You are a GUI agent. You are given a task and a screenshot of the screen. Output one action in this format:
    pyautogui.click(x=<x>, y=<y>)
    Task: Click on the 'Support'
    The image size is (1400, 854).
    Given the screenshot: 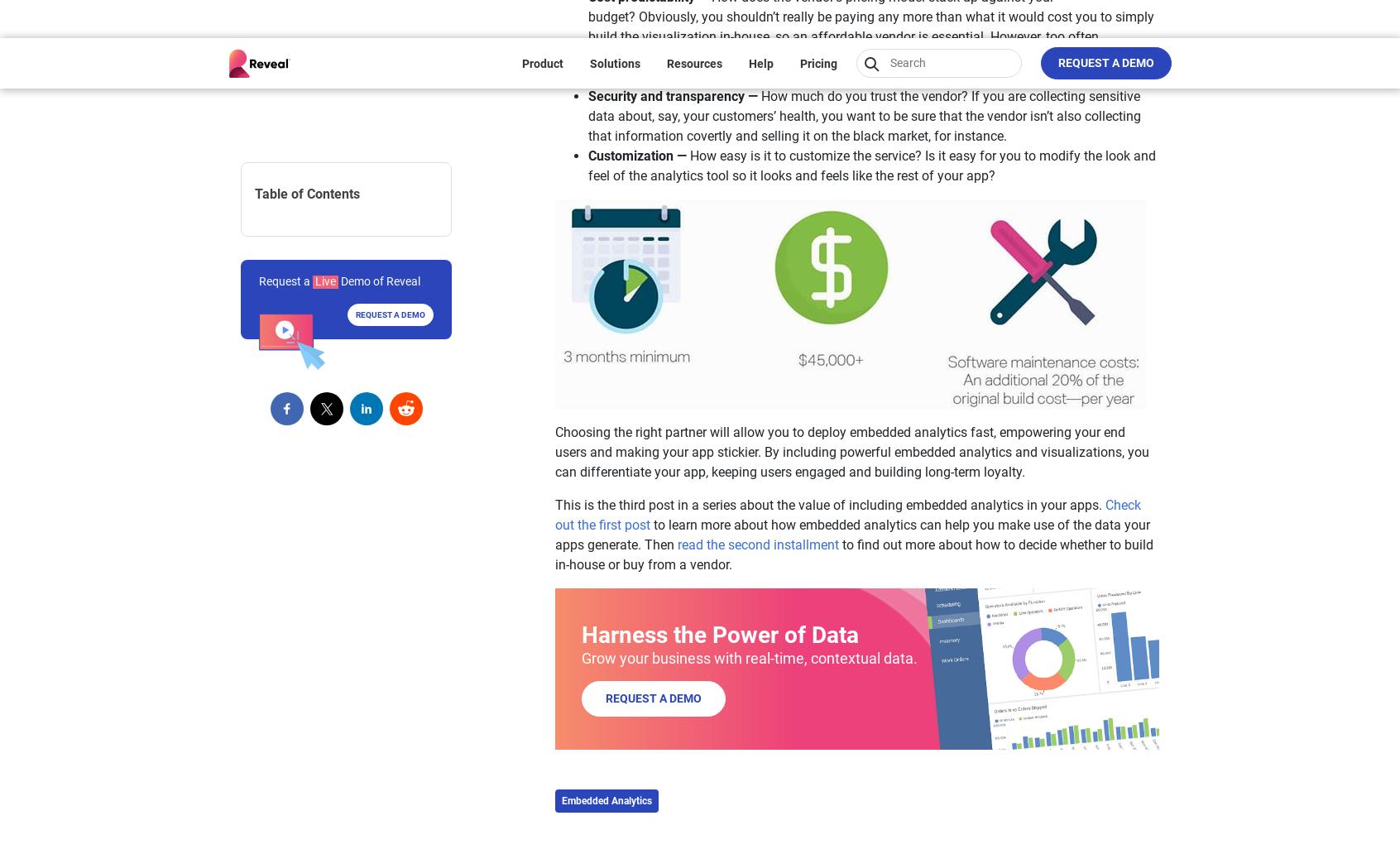 What is the action you would take?
    pyautogui.click(x=585, y=405)
    